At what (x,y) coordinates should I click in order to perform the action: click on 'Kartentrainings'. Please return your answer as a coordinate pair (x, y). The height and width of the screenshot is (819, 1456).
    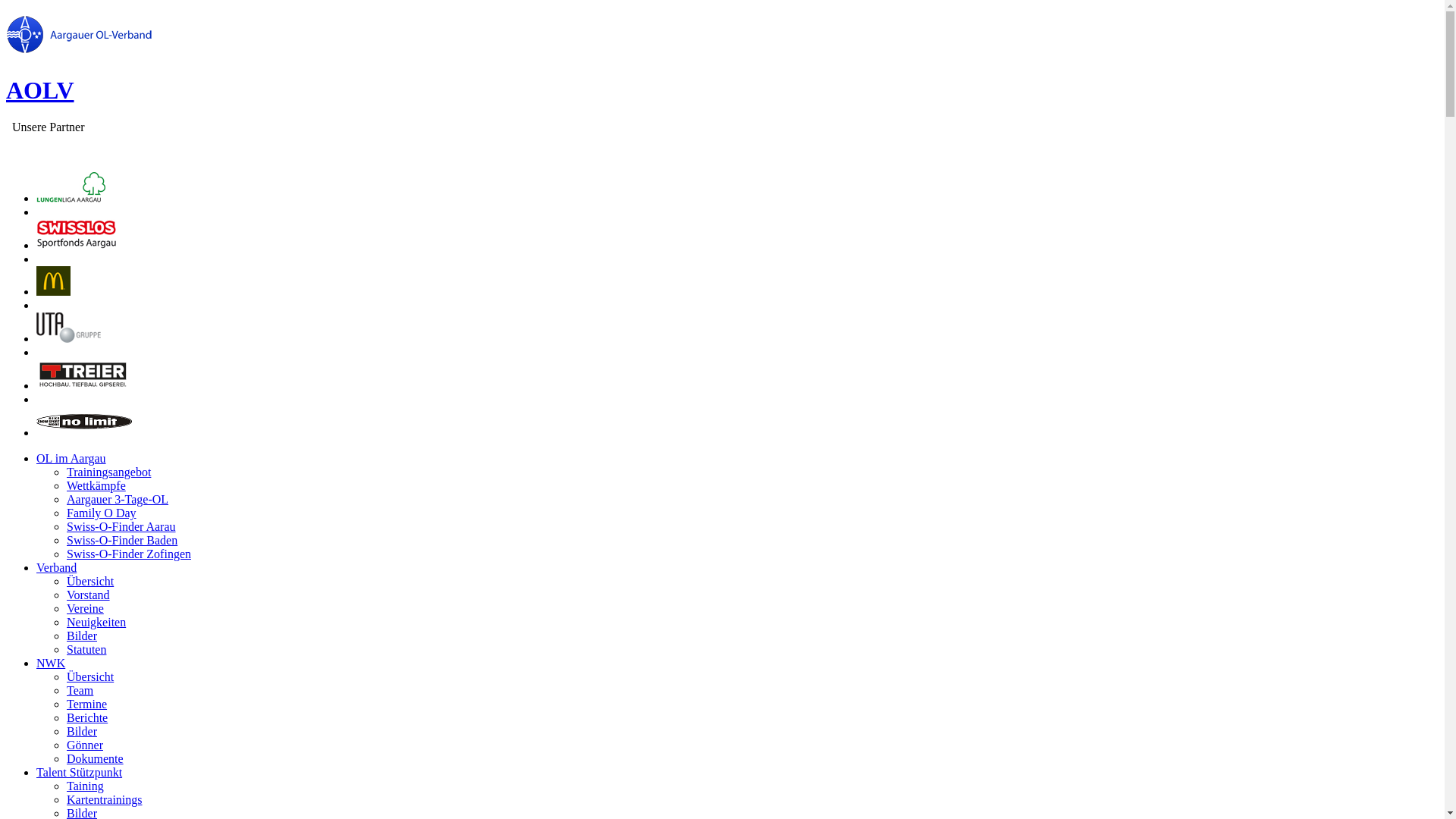
    Looking at the image, I should click on (104, 799).